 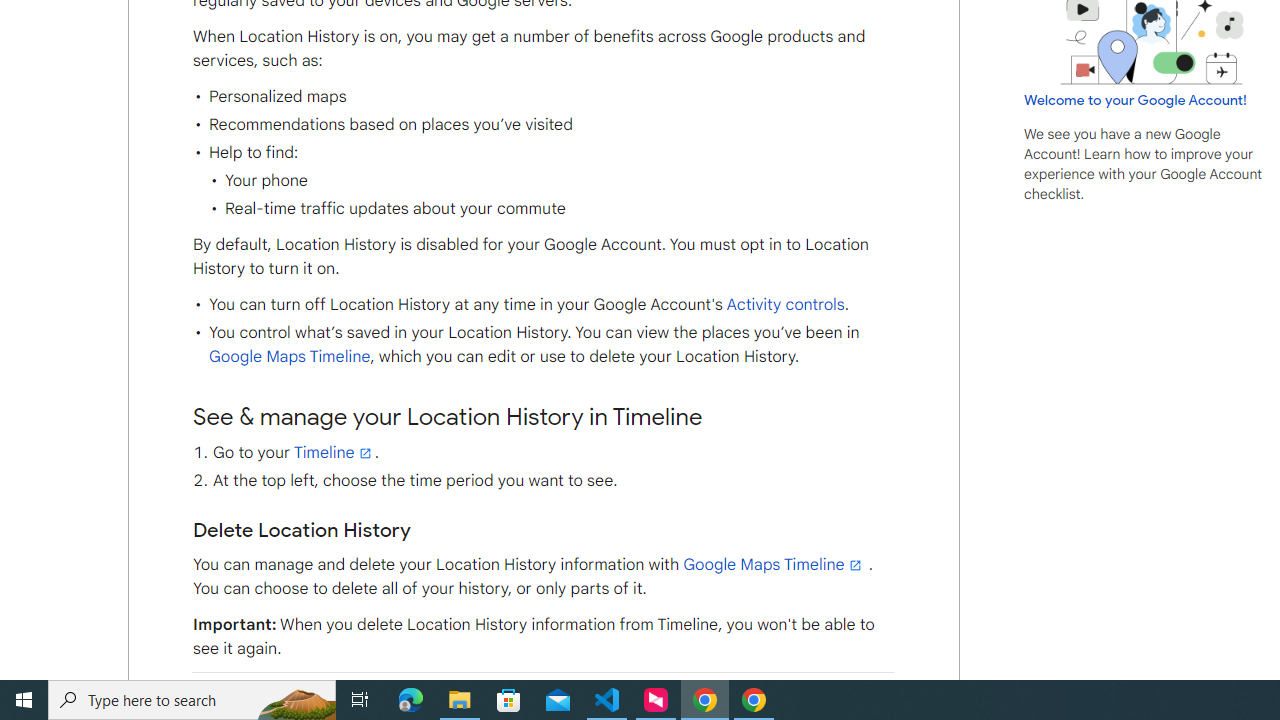 What do you see at coordinates (784, 305) in the screenshot?
I see `'Activity controls'` at bounding box center [784, 305].